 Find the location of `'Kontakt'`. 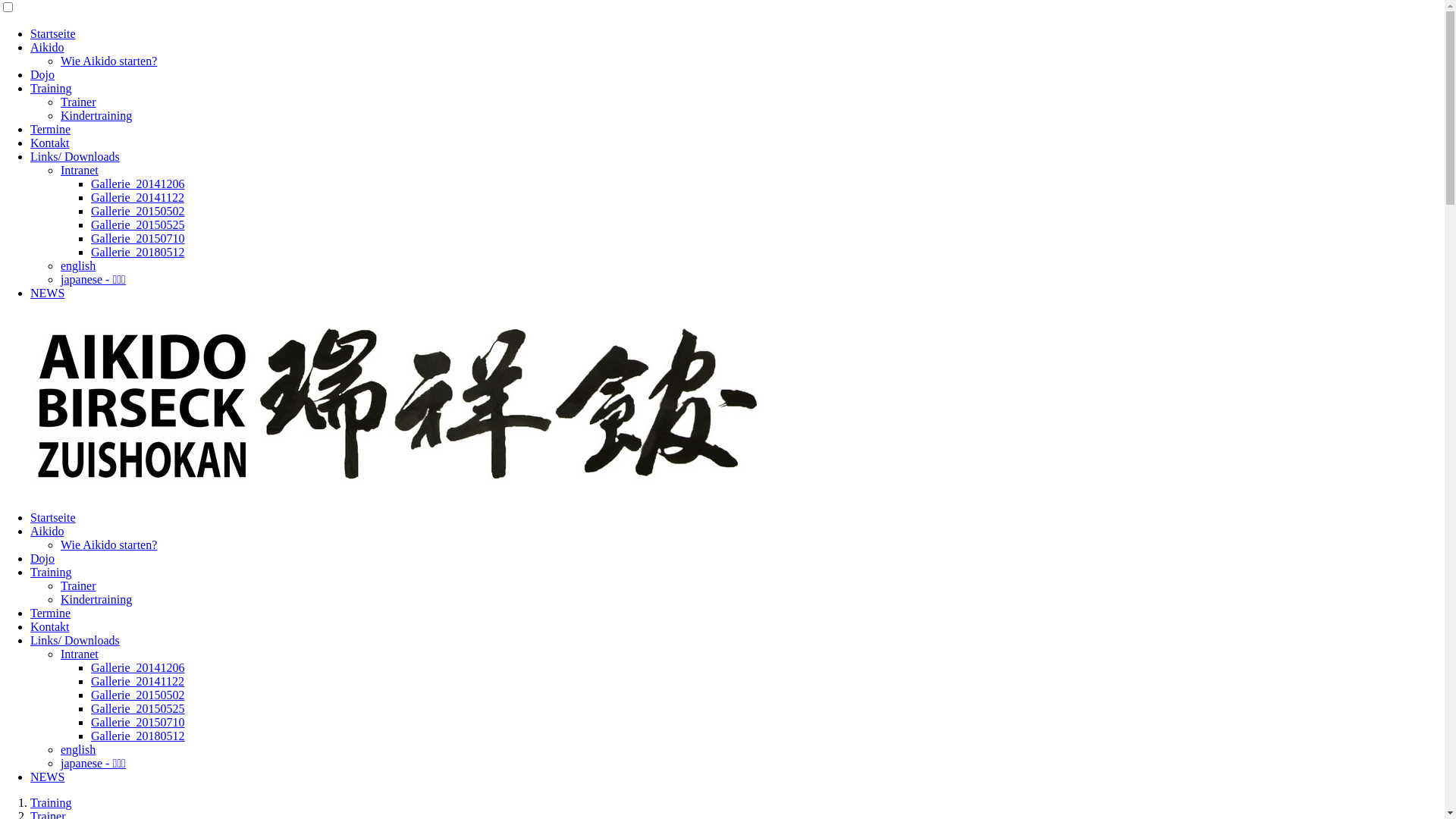

'Kontakt' is located at coordinates (30, 626).